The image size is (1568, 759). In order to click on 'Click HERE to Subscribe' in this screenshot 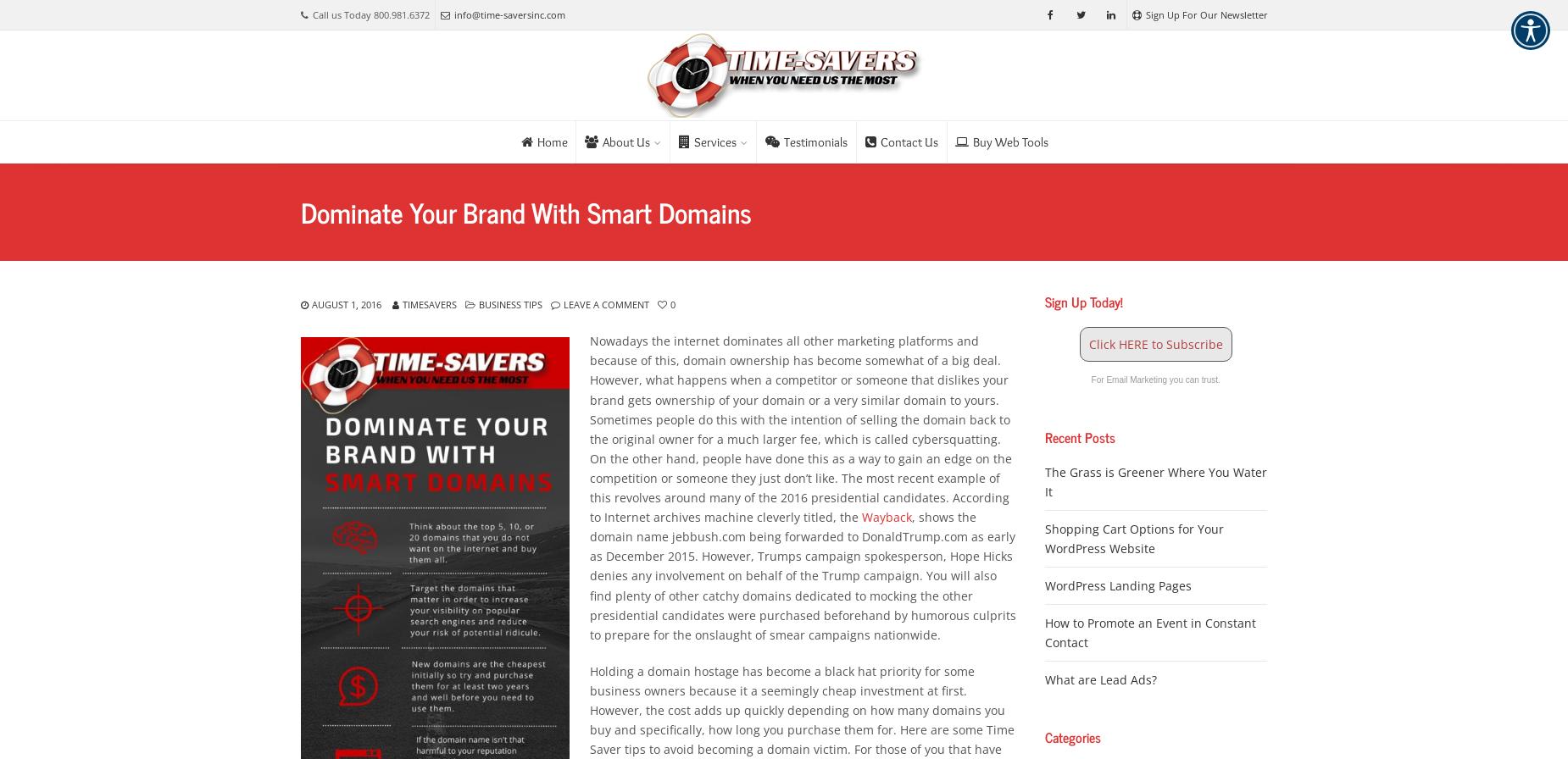, I will do `click(1154, 343)`.